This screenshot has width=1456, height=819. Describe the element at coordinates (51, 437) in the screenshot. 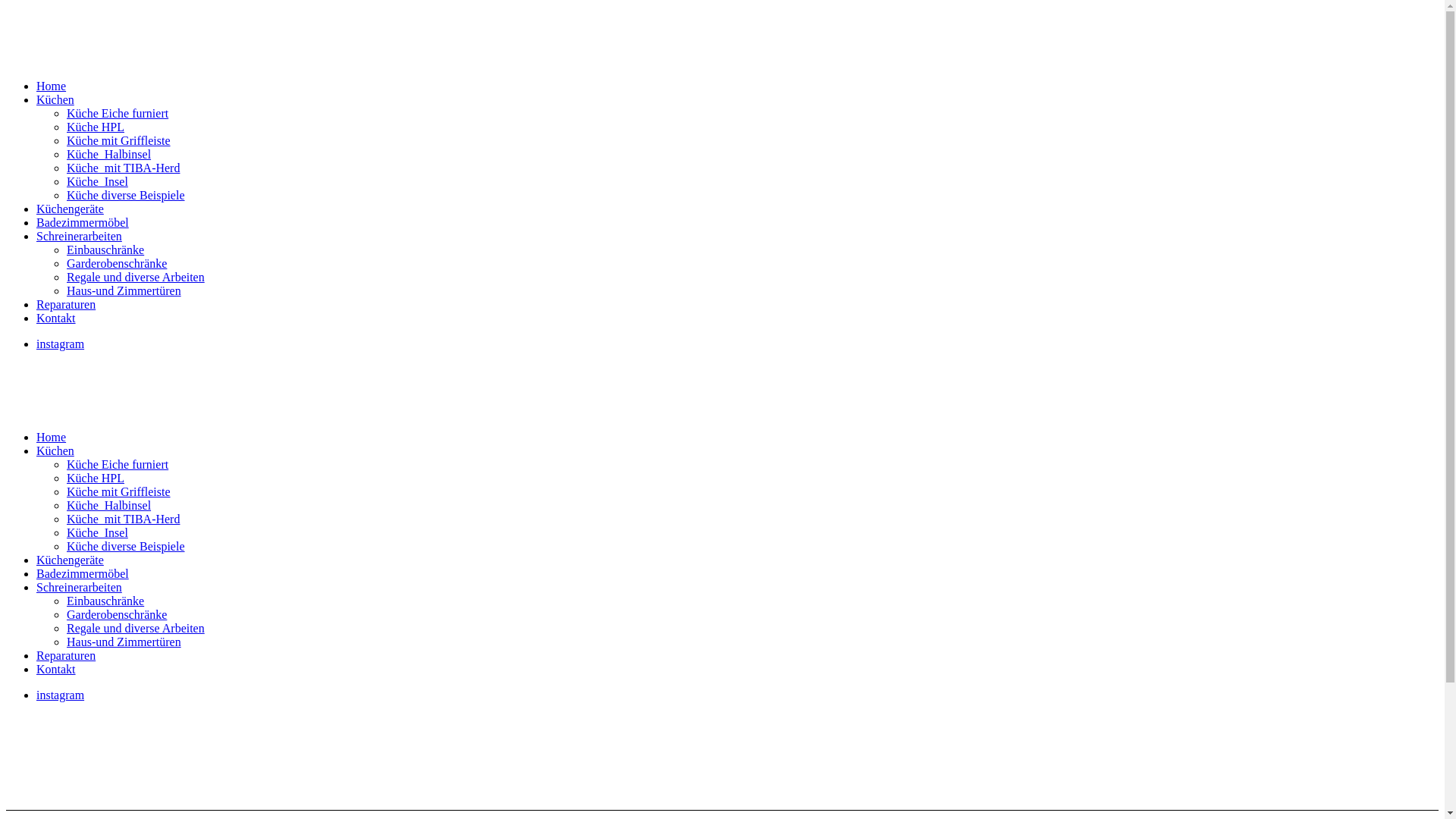

I see `'Home'` at that location.